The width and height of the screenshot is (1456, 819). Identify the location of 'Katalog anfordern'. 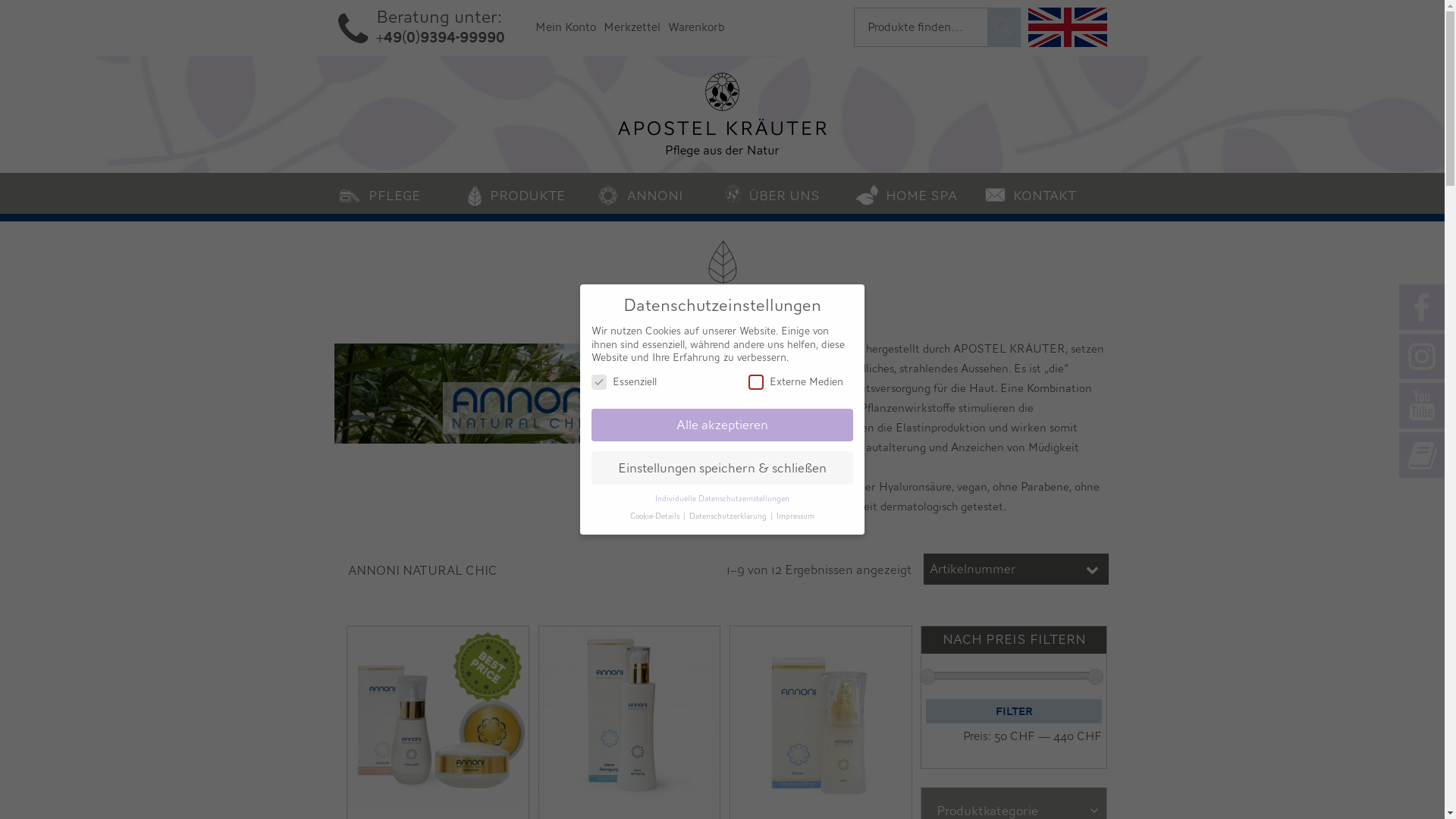
(1421, 454).